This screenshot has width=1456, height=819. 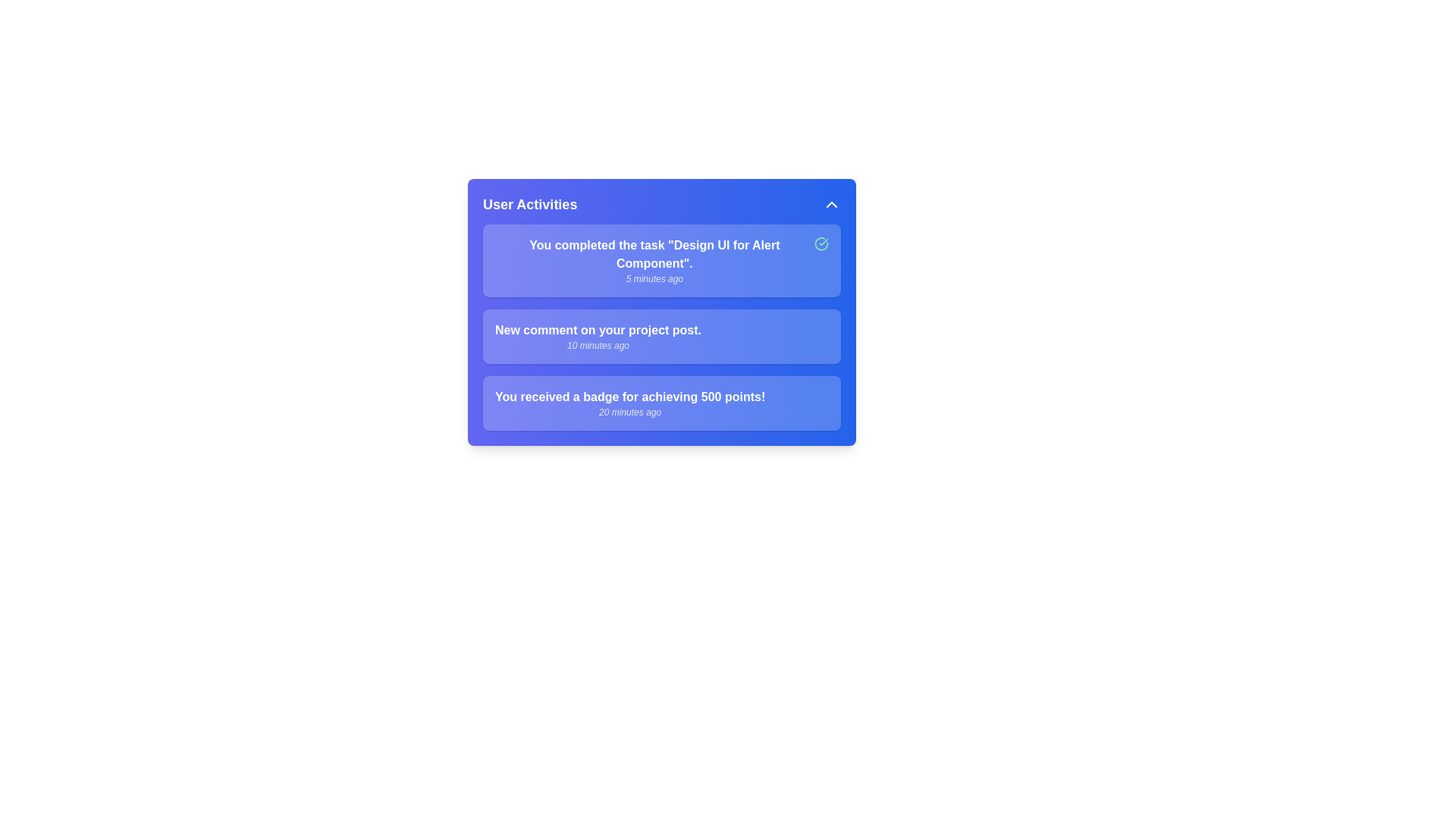 I want to click on the third notification item within the blue card labeled 'User Activities', so click(x=662, y=403).